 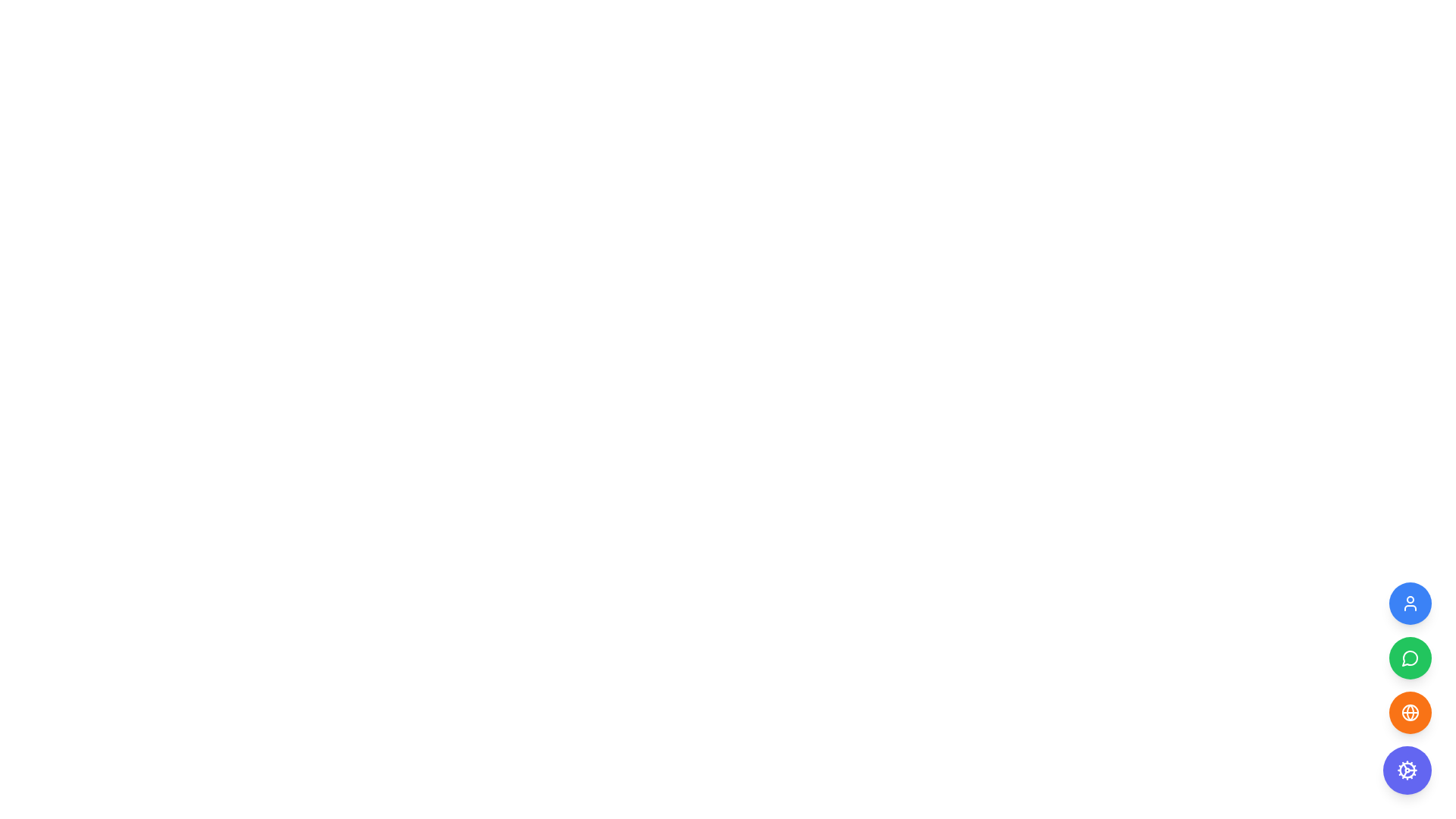 What do you see at coordinates (1410, 657) in the screenshot?
I see `the circular button with a green background and white speech bubble icon, which is the second button in a vertical stack of three buttons aligned to the right edge of the interface` at bounding box center [1410, 657].